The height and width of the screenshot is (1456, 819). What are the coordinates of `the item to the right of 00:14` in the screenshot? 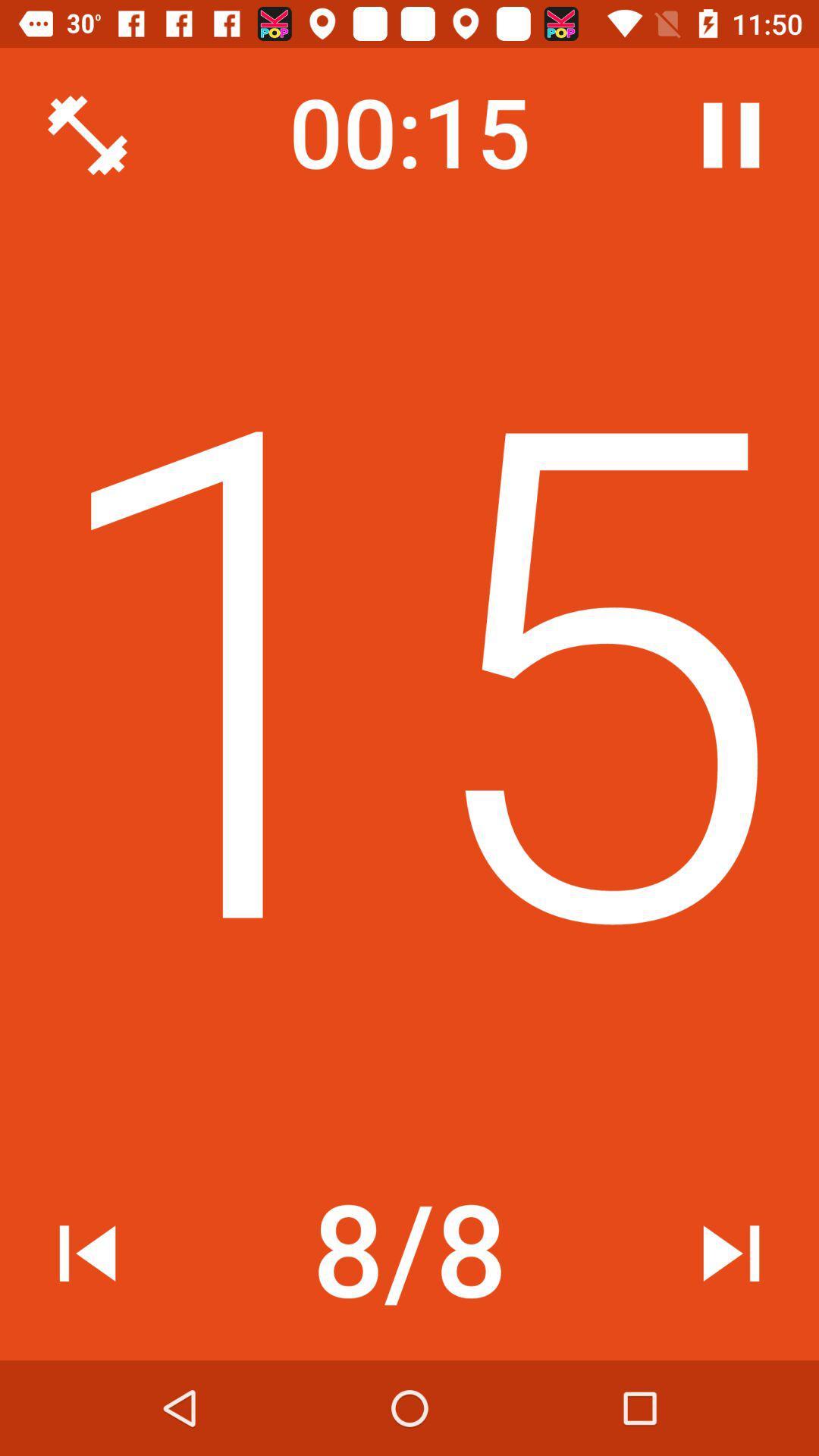 It's located at (730, 135).